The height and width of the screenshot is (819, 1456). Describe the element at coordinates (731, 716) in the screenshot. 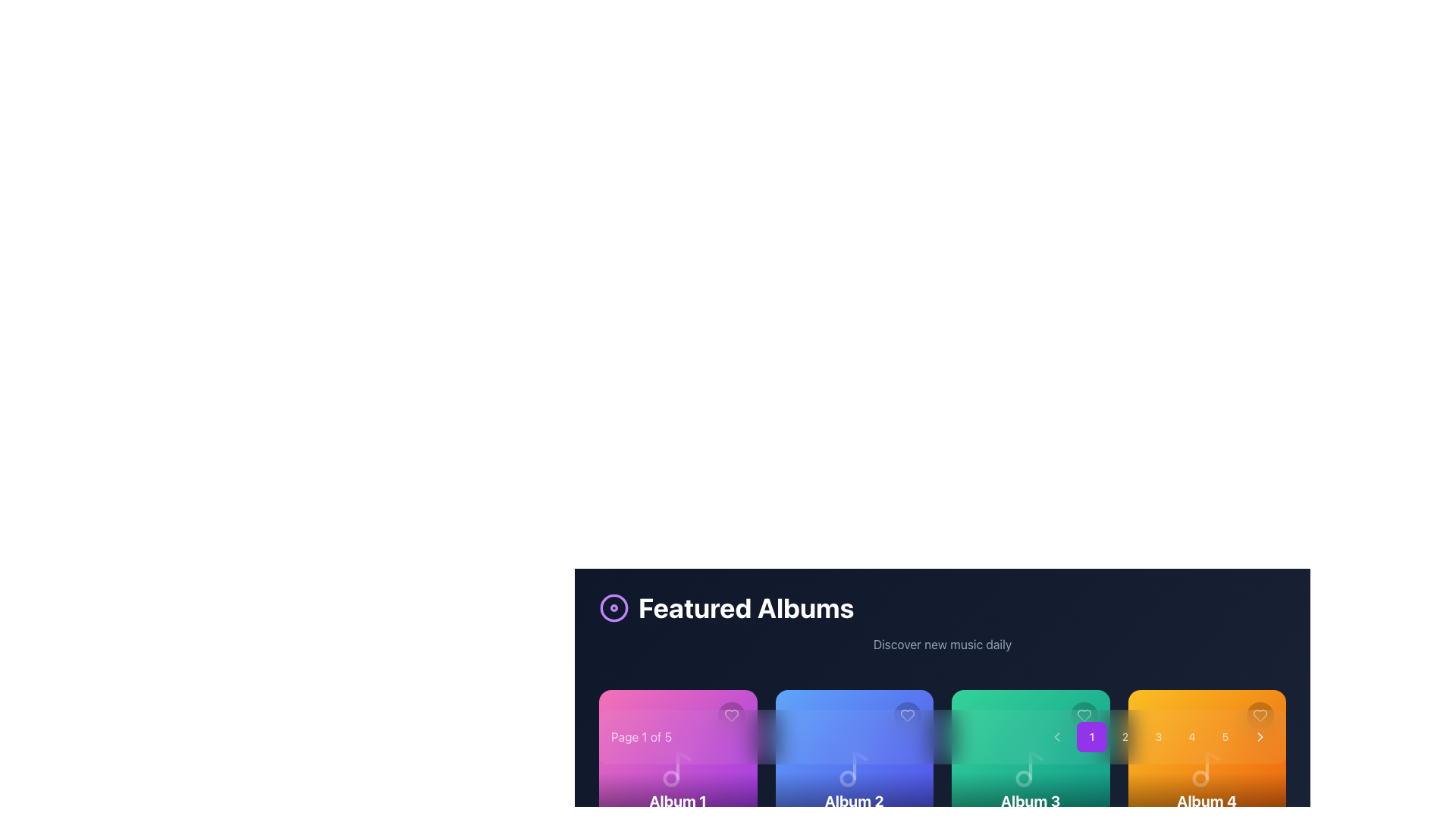

I see `the favorite button with an icon located in the top-right corner of the pink album card labeled 'Album 1'` at that location.